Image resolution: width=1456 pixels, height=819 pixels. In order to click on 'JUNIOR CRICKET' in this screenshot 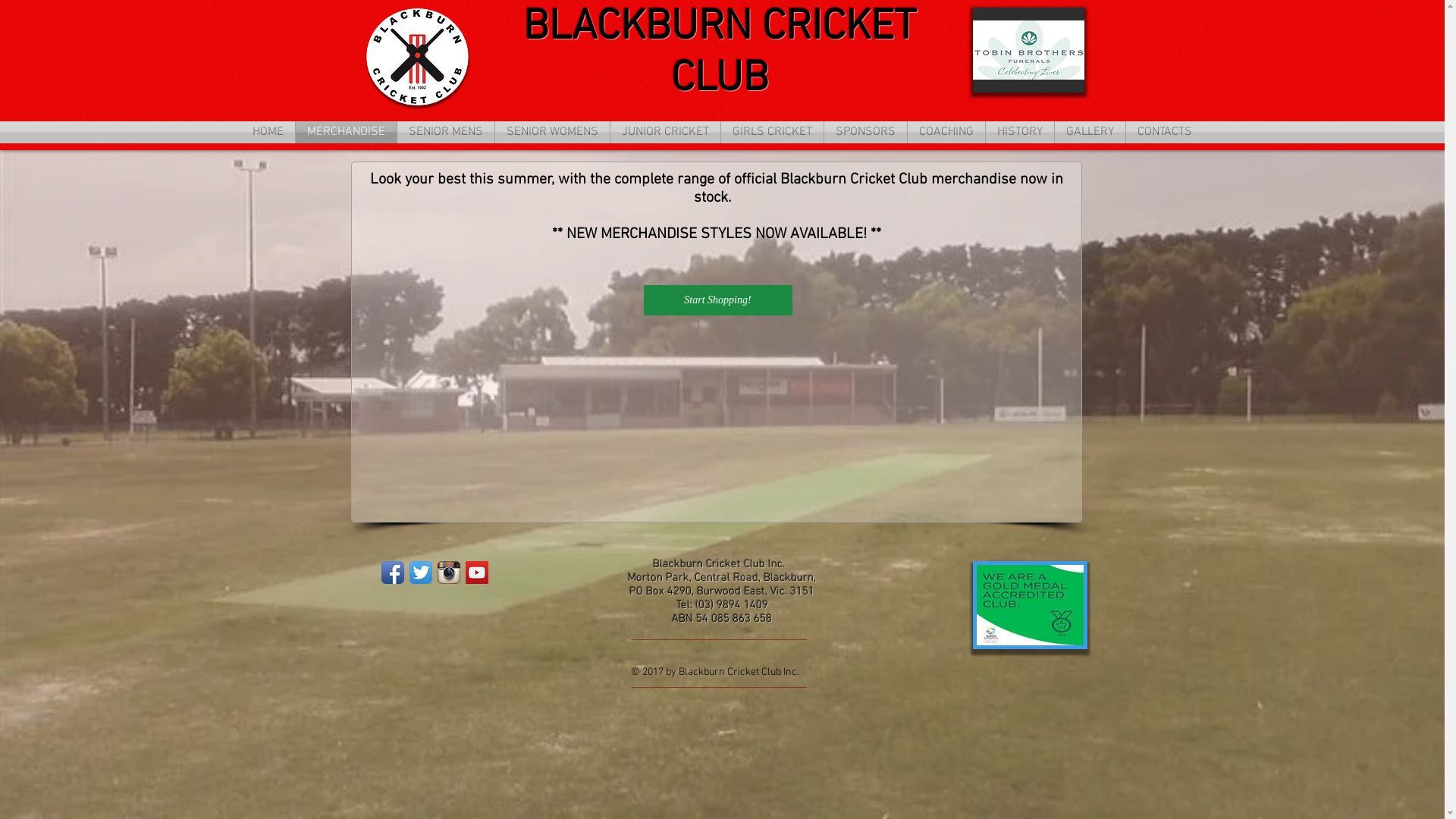, I will do `click(665, 131)`.